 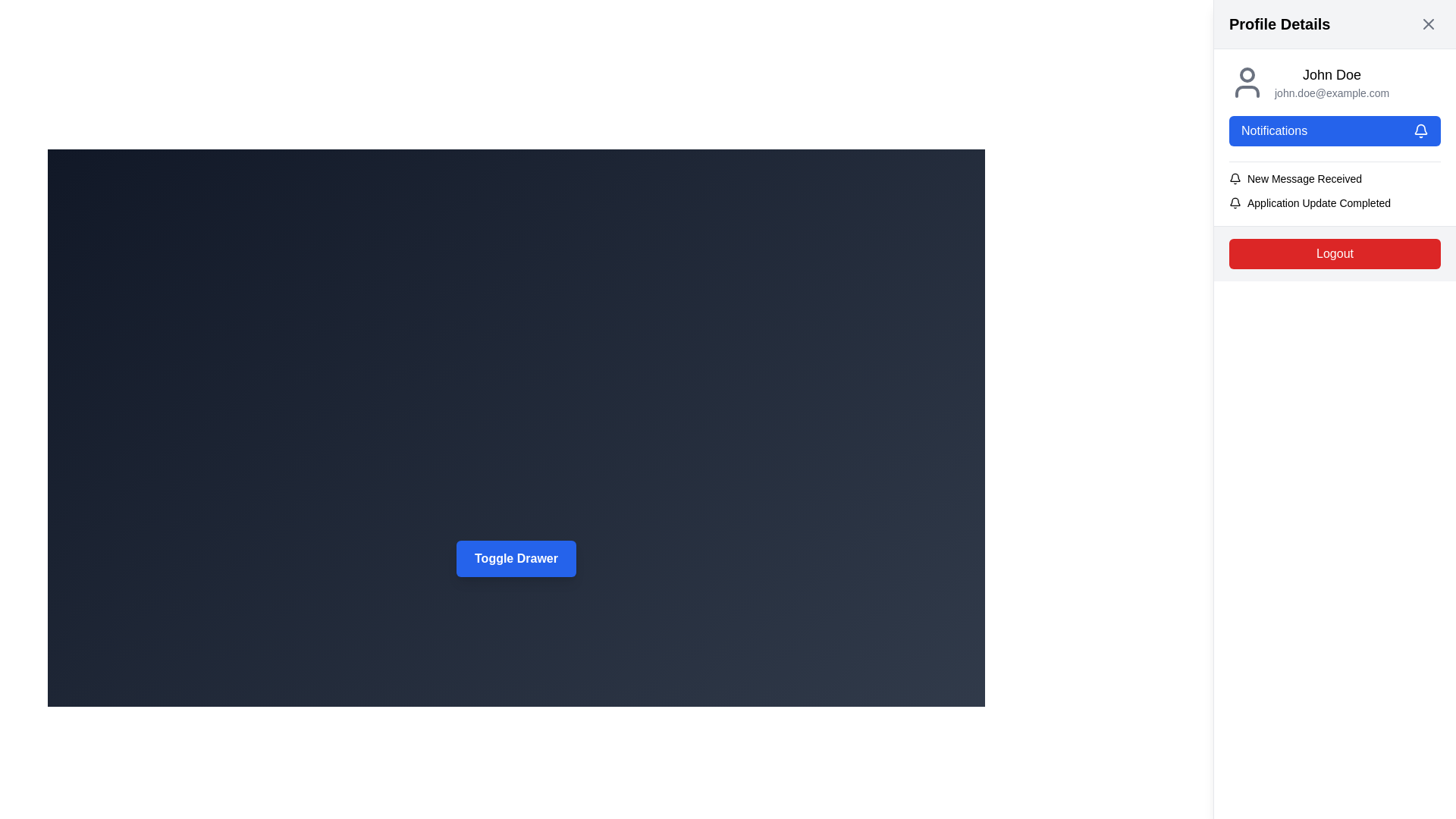 I want to click on the visual state of the bell icon located to the right of the 'Notifications' button in the 'Profile Details' pane, so click(x=1420, y=130).